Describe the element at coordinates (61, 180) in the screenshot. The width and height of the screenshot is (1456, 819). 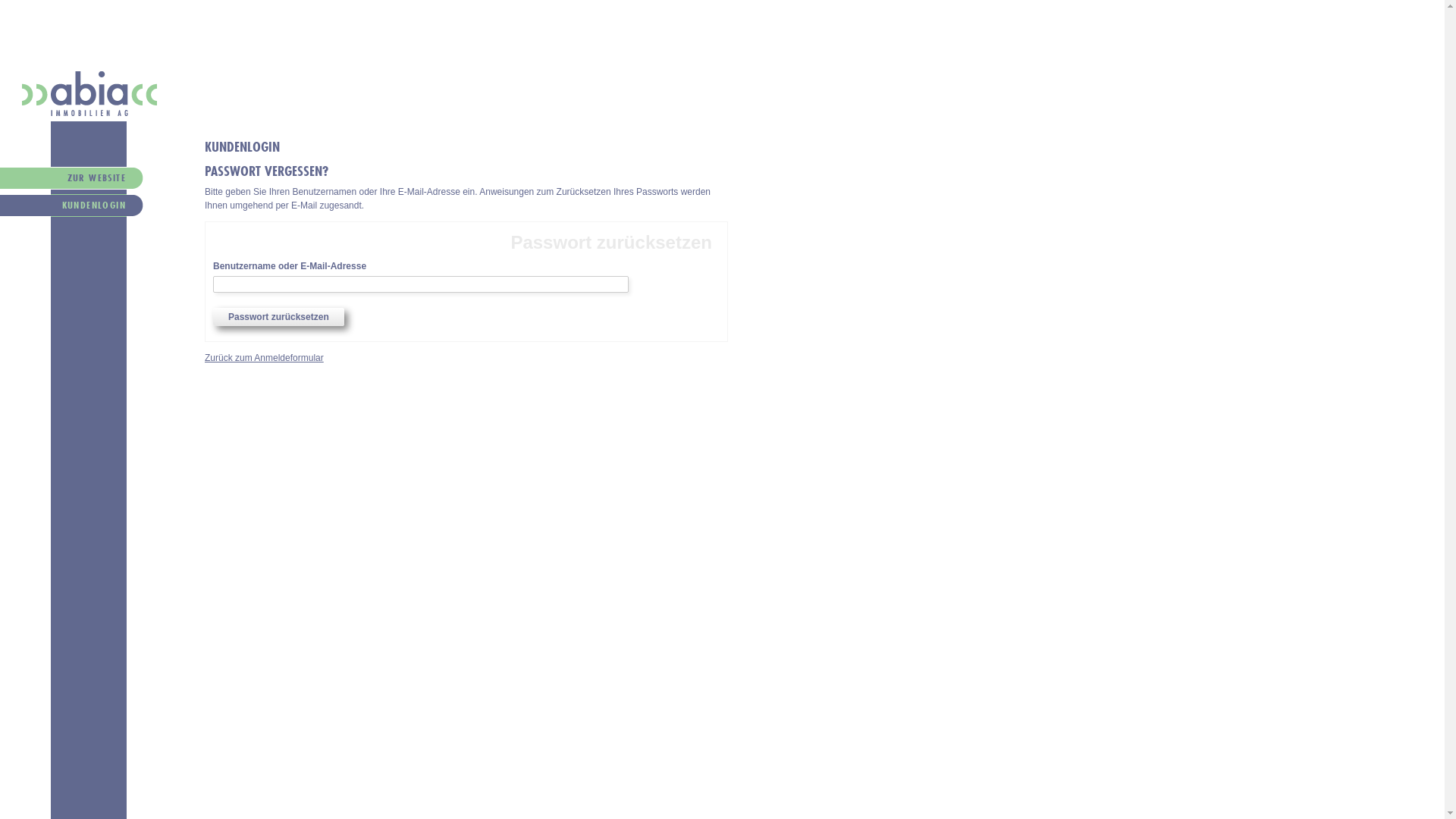
I see `'ZUR WEBSITE'` at that location.